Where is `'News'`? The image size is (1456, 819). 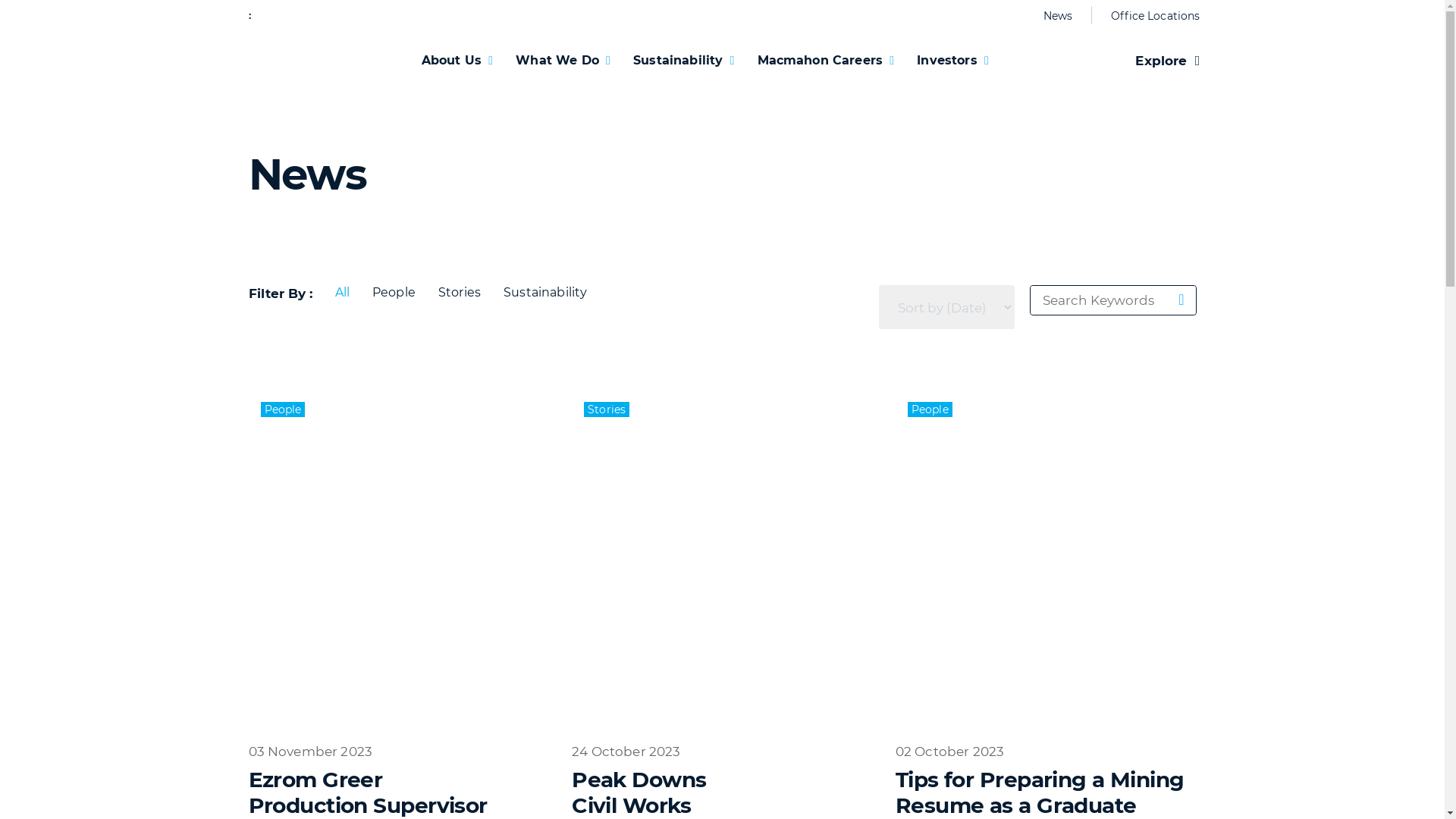 'News' is located at coordinates (1057, 15).